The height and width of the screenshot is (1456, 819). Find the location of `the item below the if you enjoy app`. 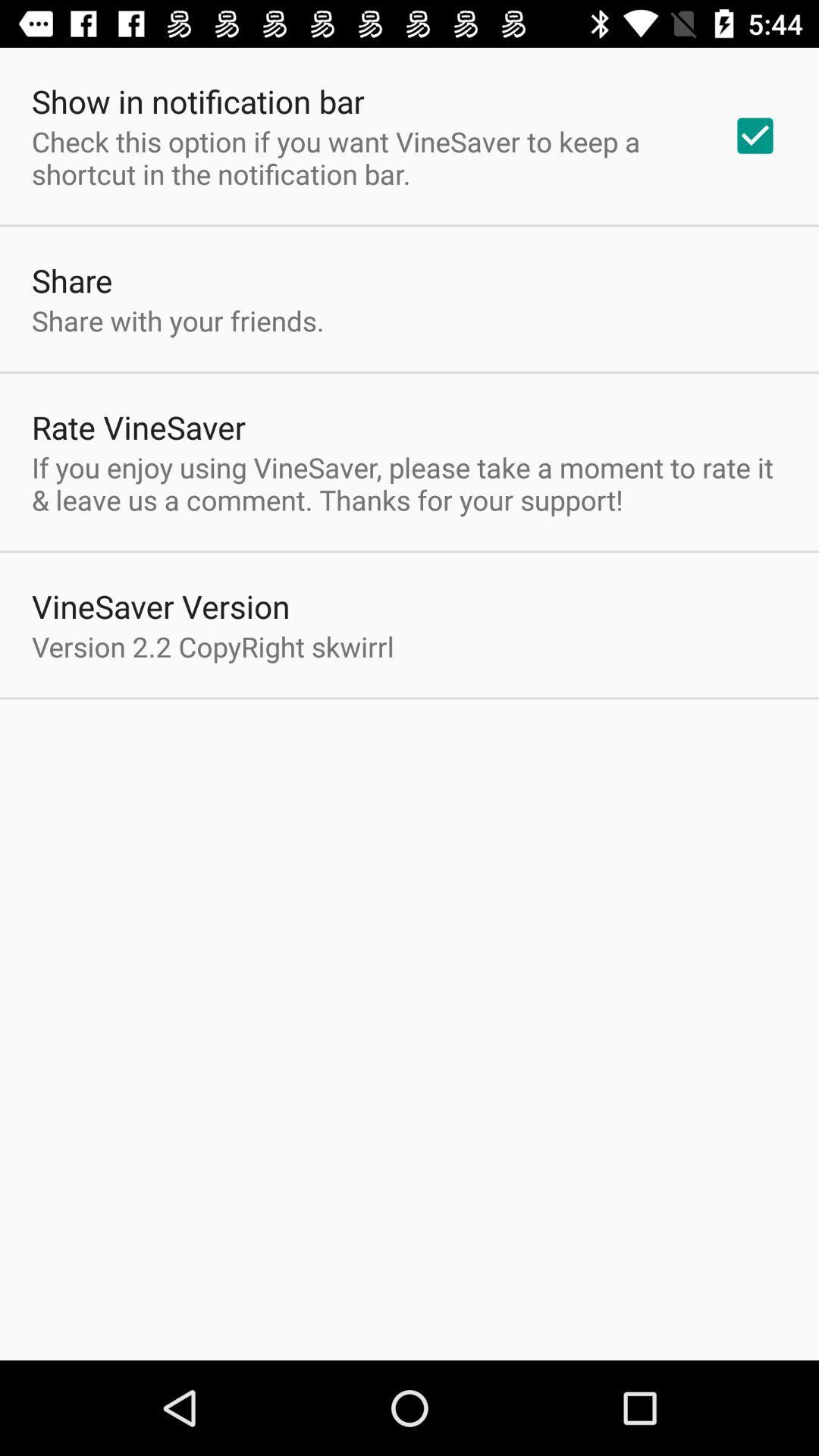

the item below the if you enjoy app is located at coordinates (161, 605).